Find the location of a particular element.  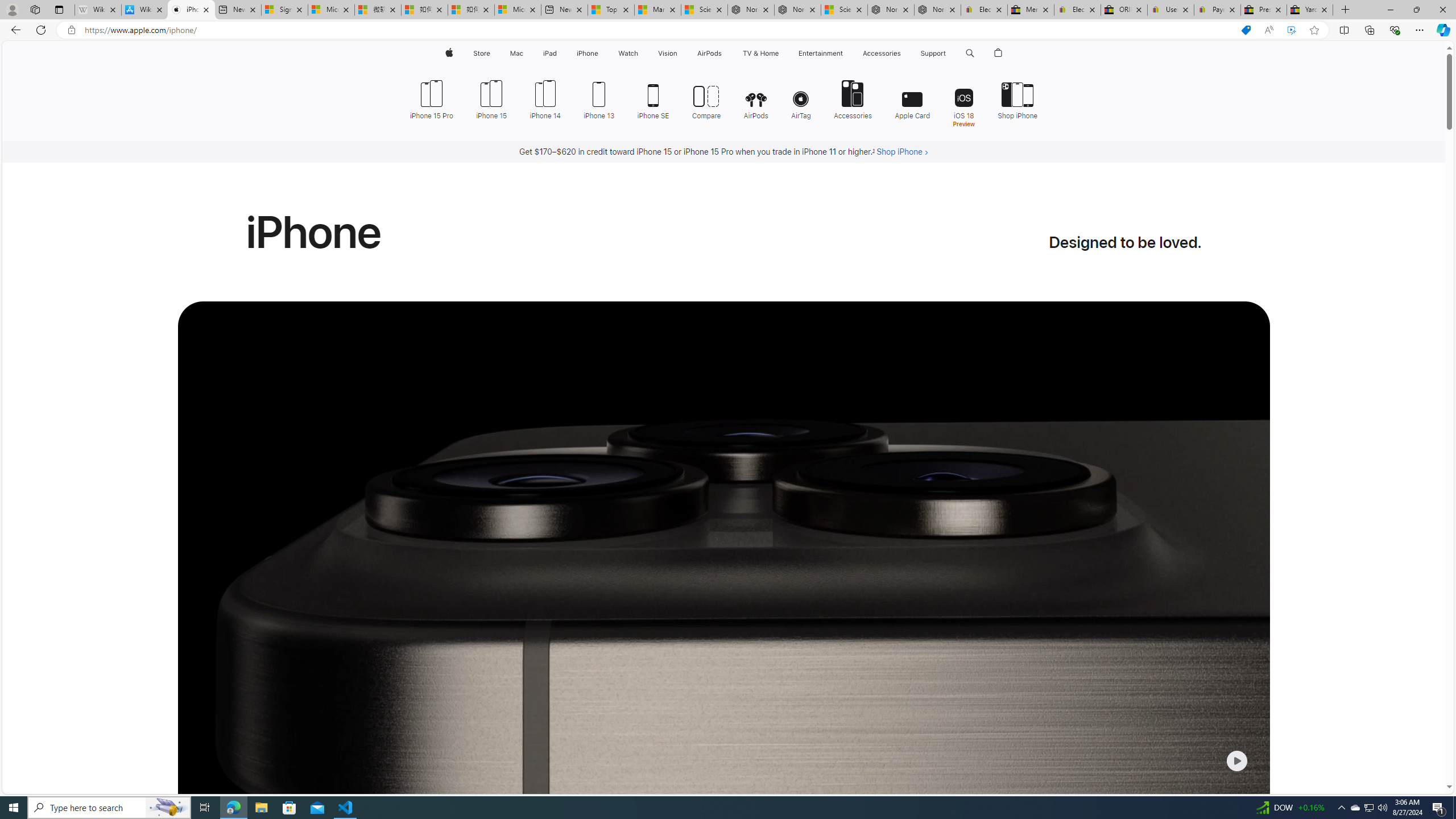

'Search apple.com' is located at coordinates (970, 53).